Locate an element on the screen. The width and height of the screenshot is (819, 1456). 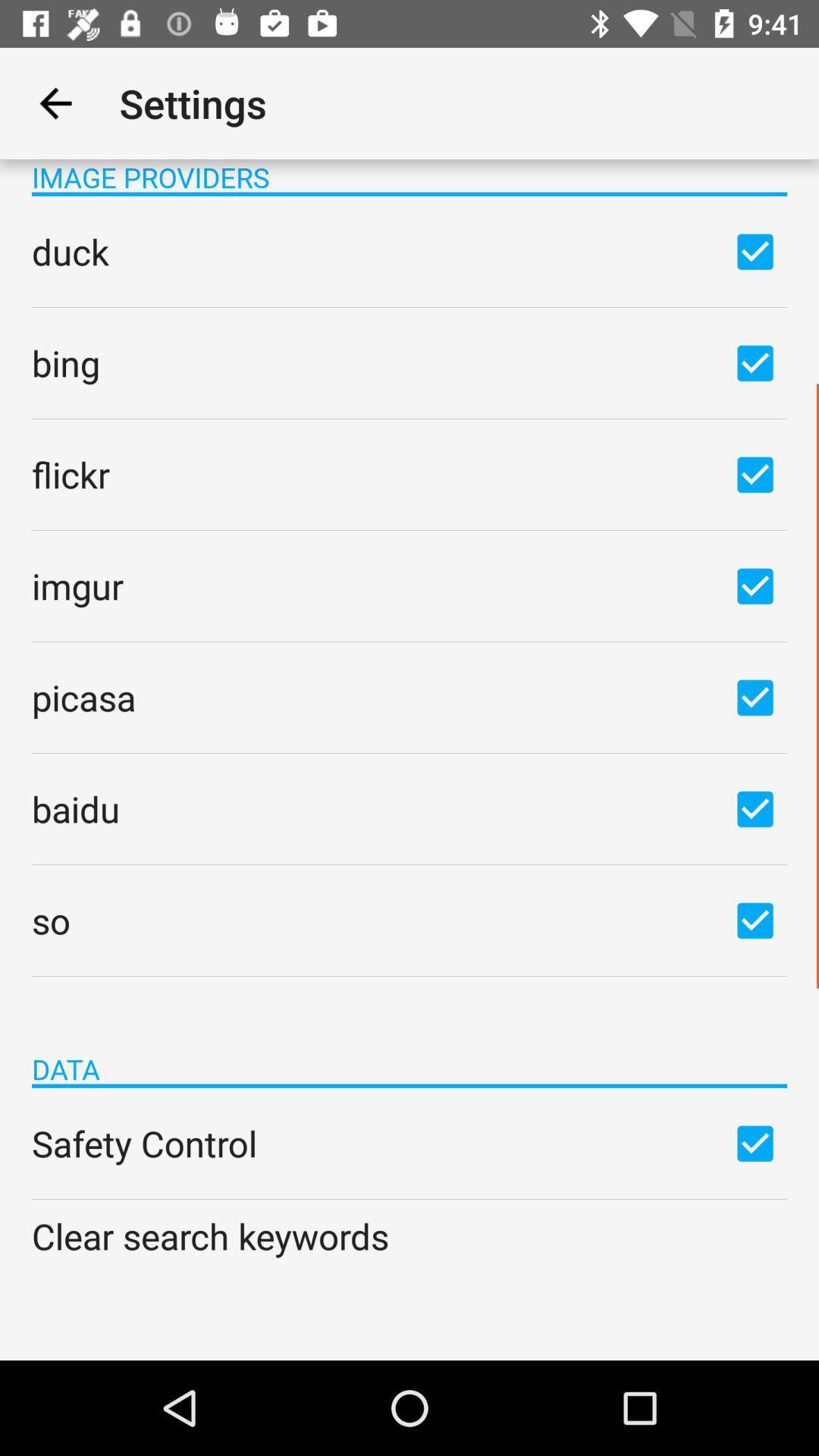
the app next to settings app is located at coordinates (55, 102).